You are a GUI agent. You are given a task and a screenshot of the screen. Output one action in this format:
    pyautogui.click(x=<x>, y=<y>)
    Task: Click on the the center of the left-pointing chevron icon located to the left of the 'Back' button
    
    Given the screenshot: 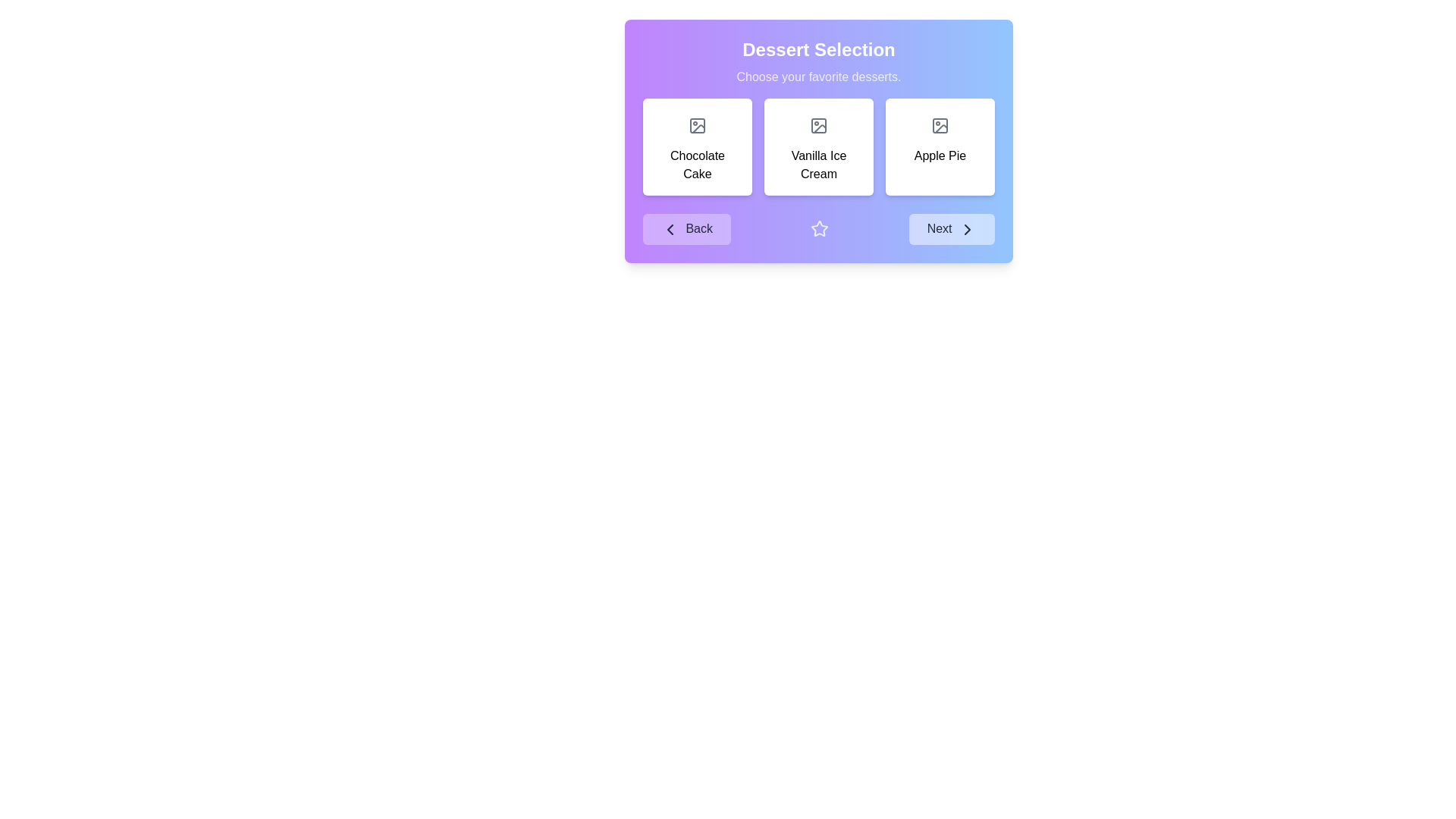 What is the action you would take?
    pyautogui.click(x=669, y=228)
    